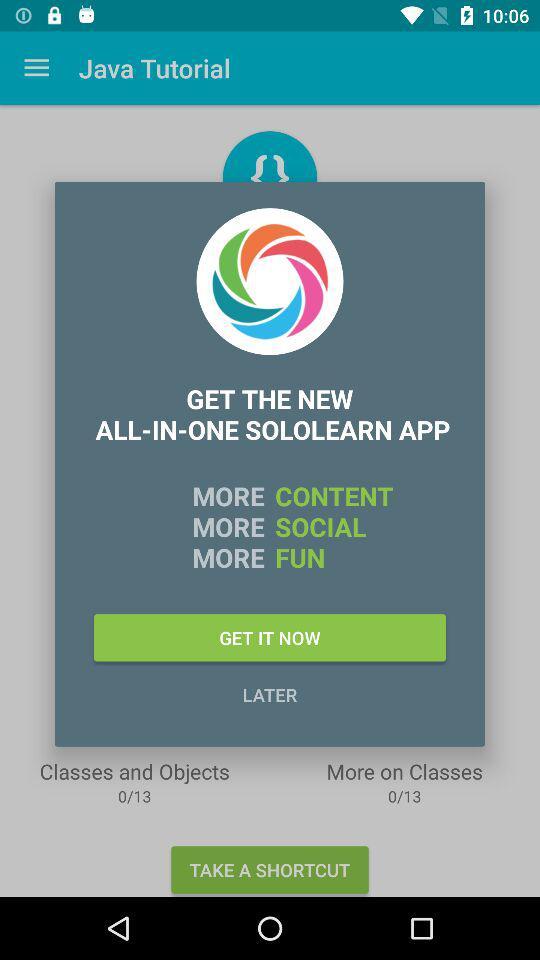 The width and height of the screenshot is (540, 960). Describe the element at coordinates (270, 636) in the screenshot. I see `icon above later item` at that location.